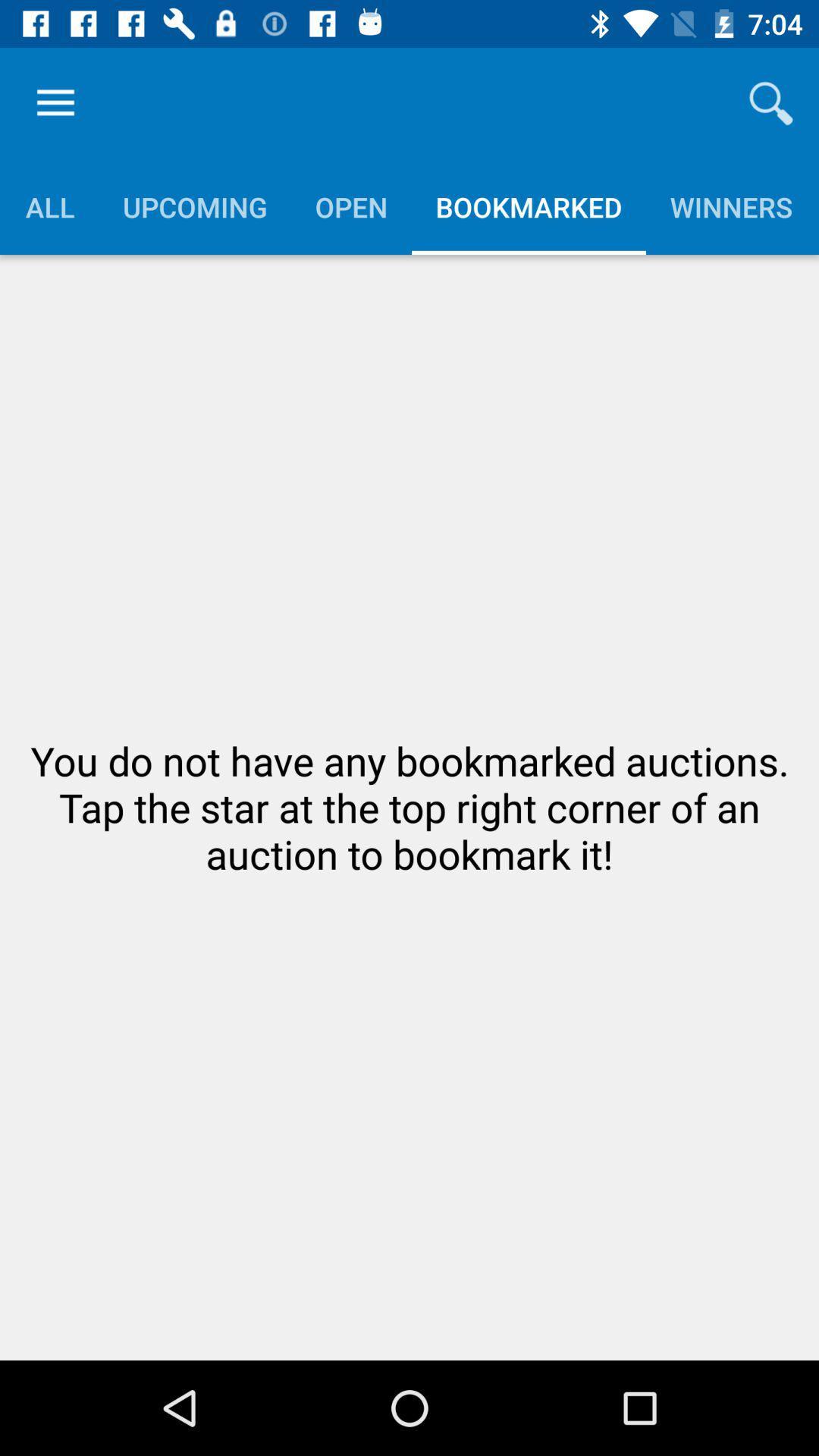  What do you see at coordinates (55, 102) in the screenshot?
I see `the item above the all icon` at bounding box center [55, 102].